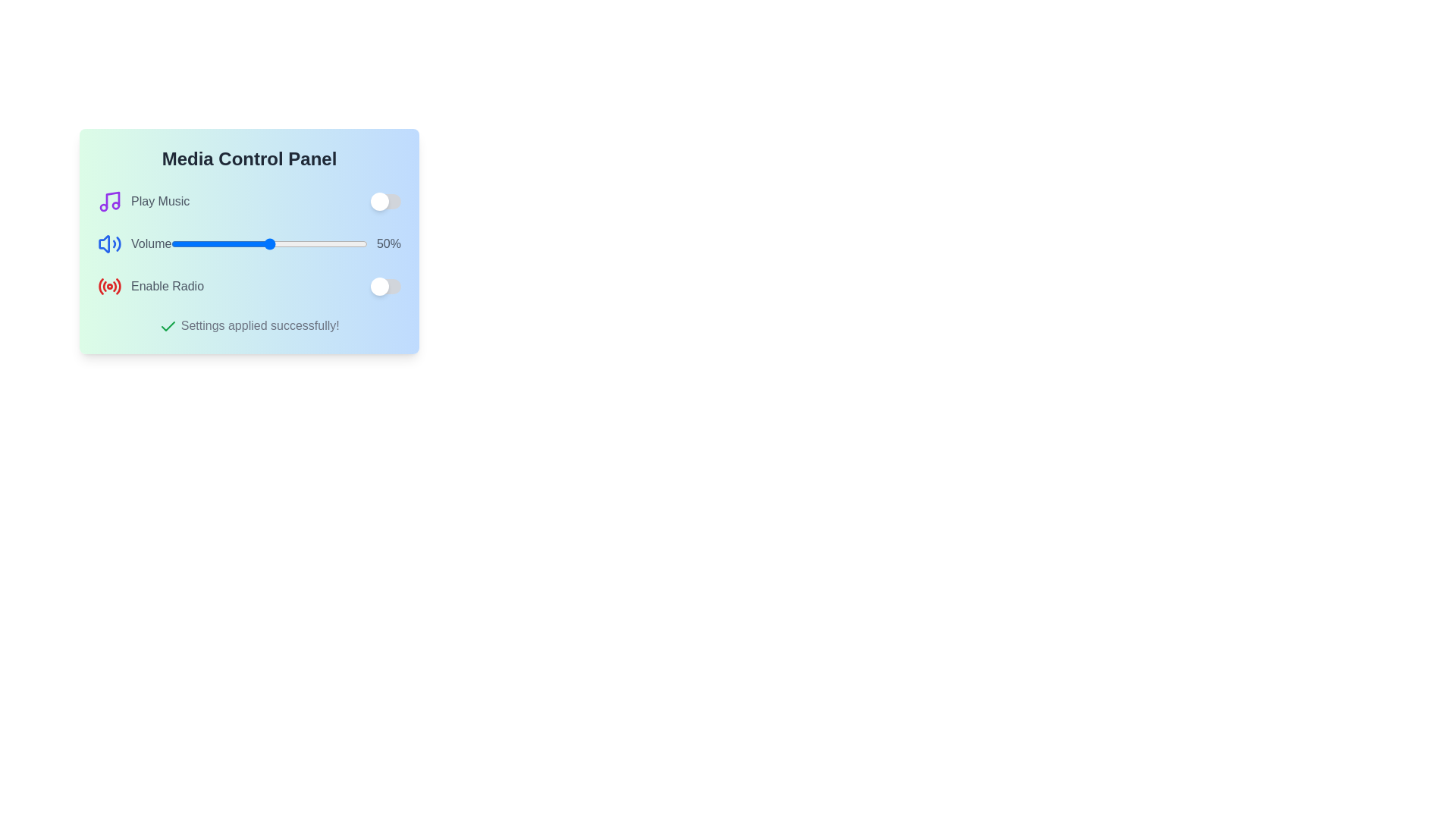 Image resolution: width=1456 pixels, height=819 pixels. What do you see at coordinates (184, 243) in the screenshot?
I see `the volume slider` at bounding box center [184, 243].